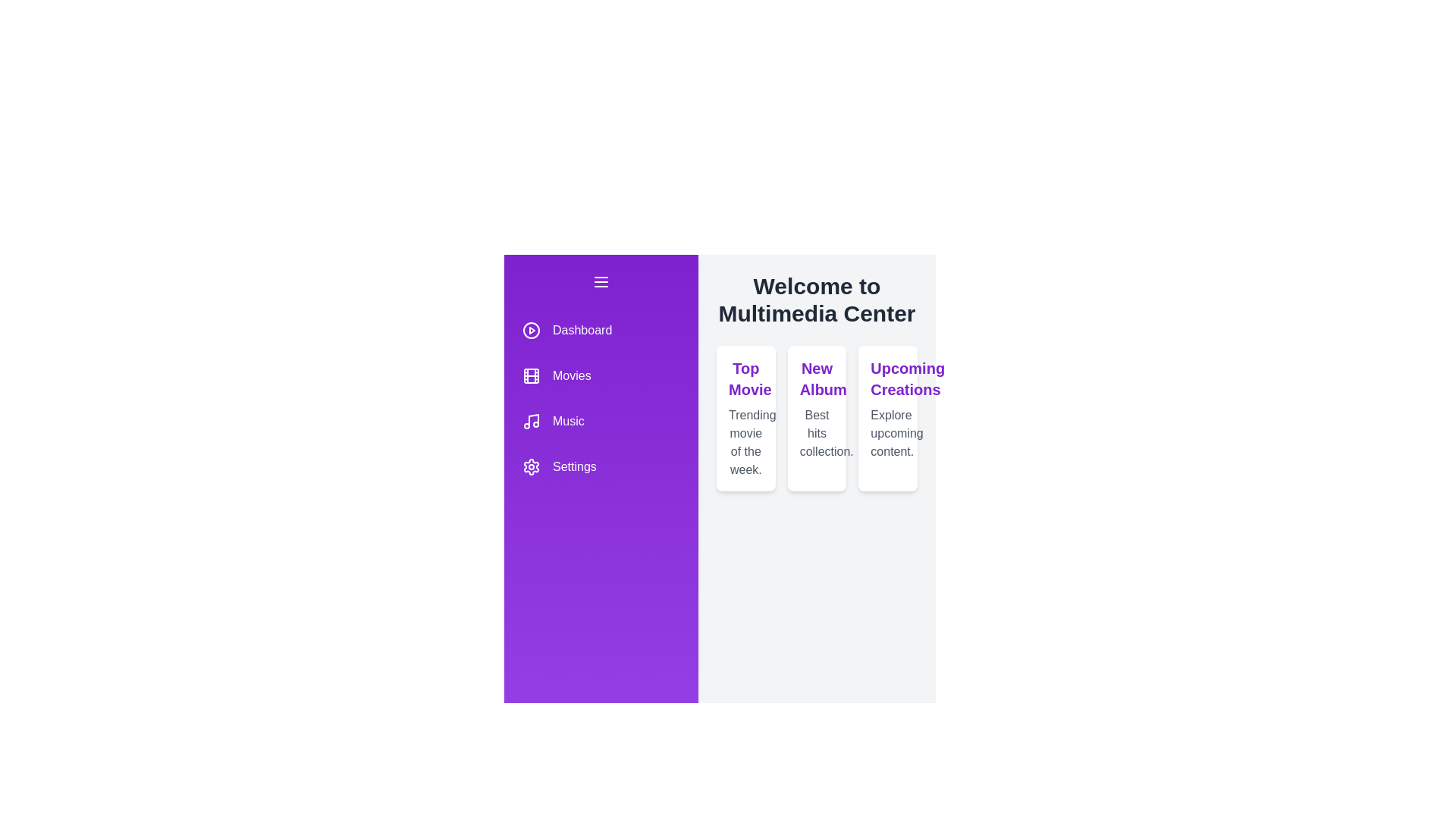 This screenshot has height=819, width=1456. I want to click on the menu item Music to observe the hover effect, so click(600, 421).